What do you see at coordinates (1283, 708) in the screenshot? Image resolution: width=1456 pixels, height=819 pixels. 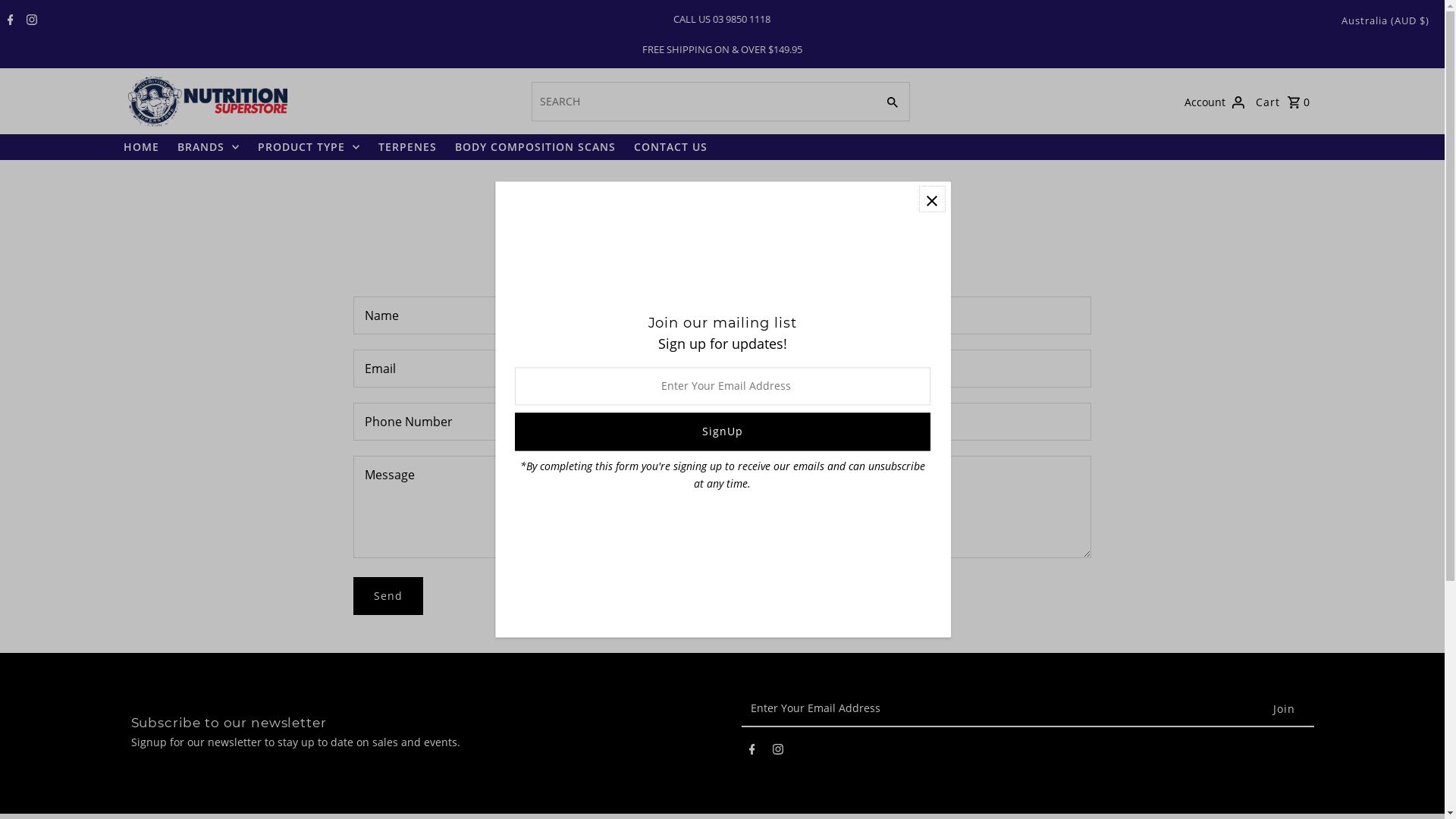 I see `'Join'` at bounding box center [1283, 708].